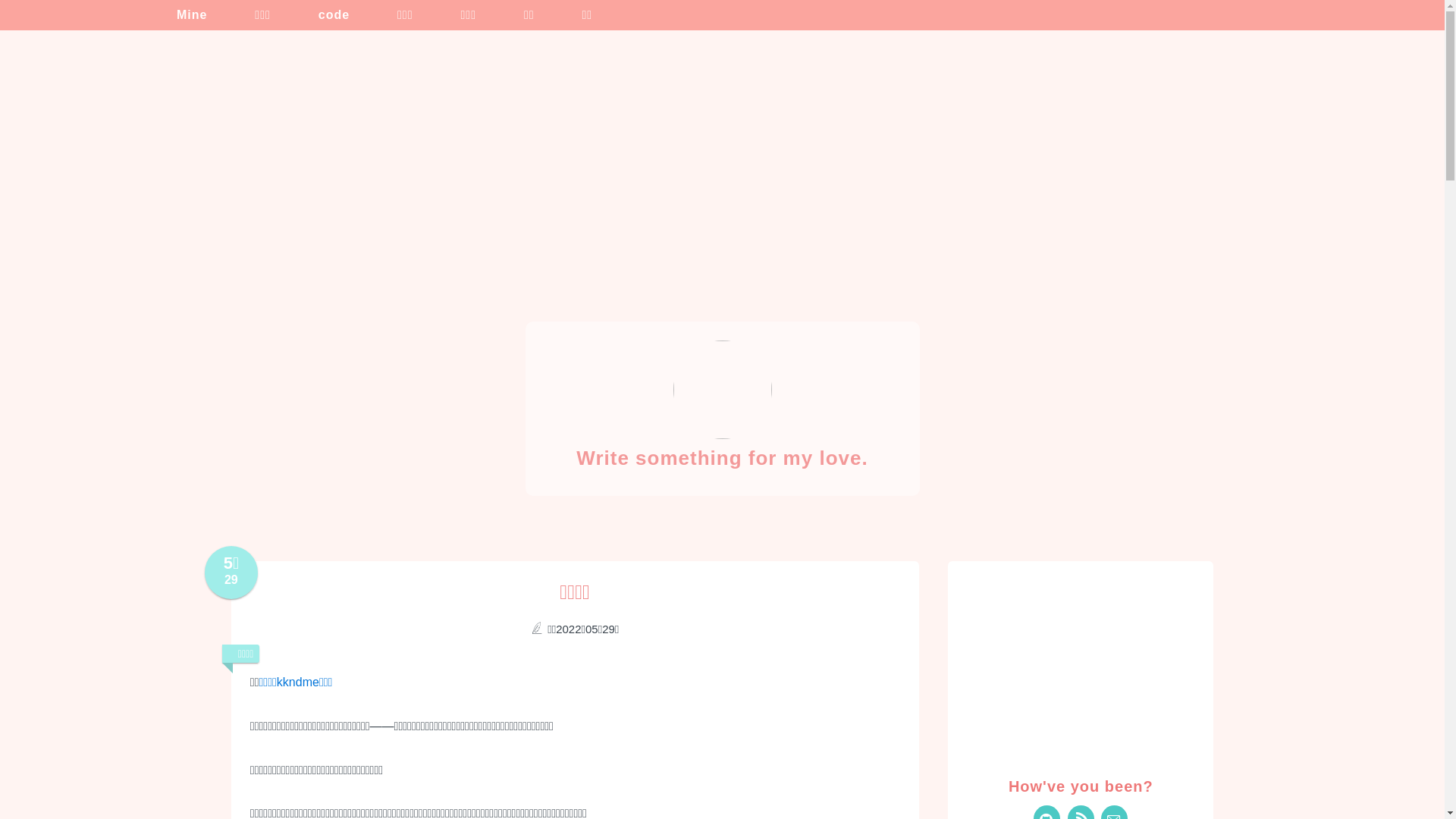 This screenshot has width=1456, height=819. What do you see at coordinates (181, 14) in the screenshot?
I see `'Mine'` at bounding box center [181, 14].